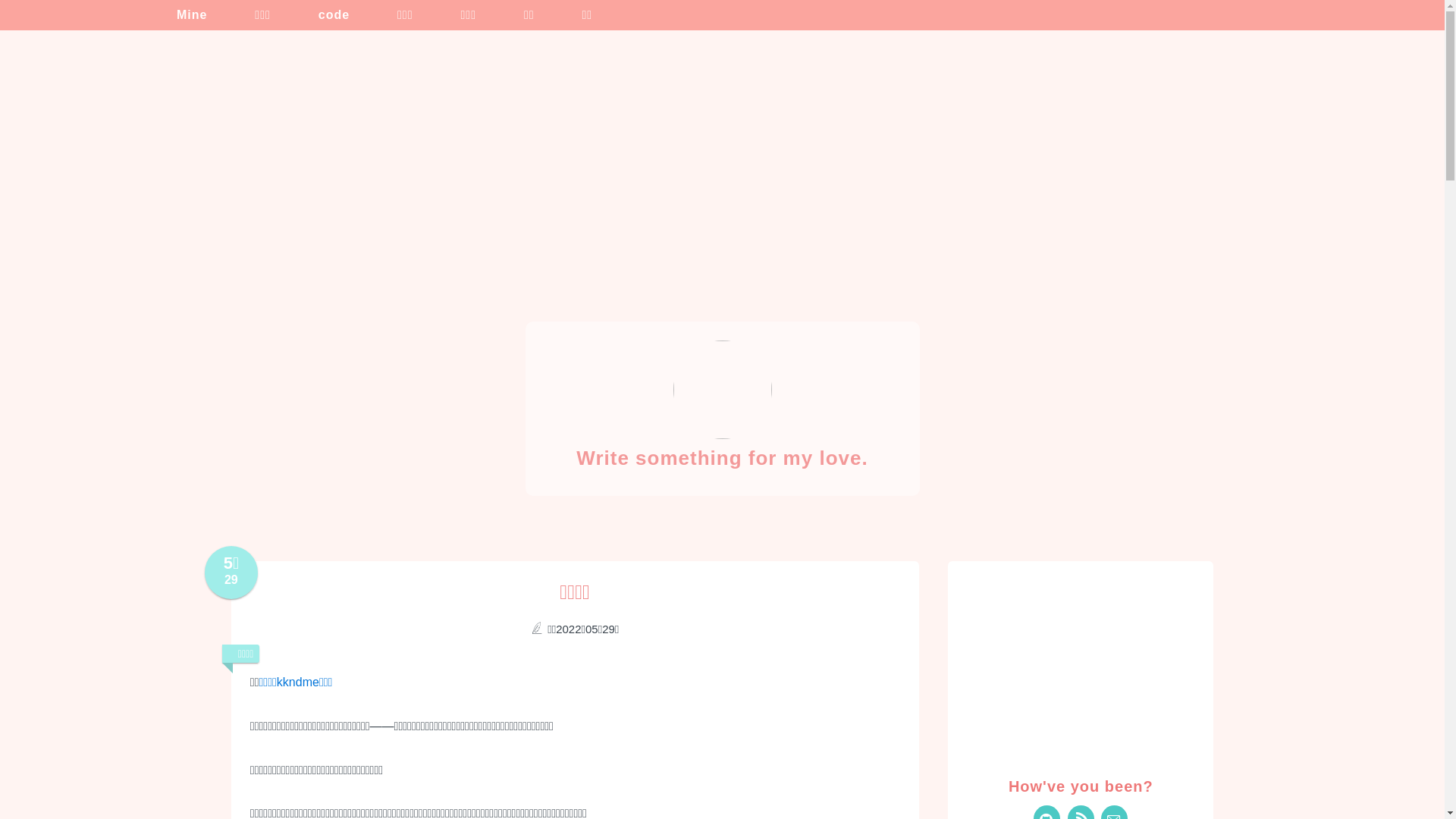 This screenshot has width=1456, height=819. What do you see at coordinates (181, 14) in the screenshot?
I see `'Mine'` at bounding box center [181, 14].